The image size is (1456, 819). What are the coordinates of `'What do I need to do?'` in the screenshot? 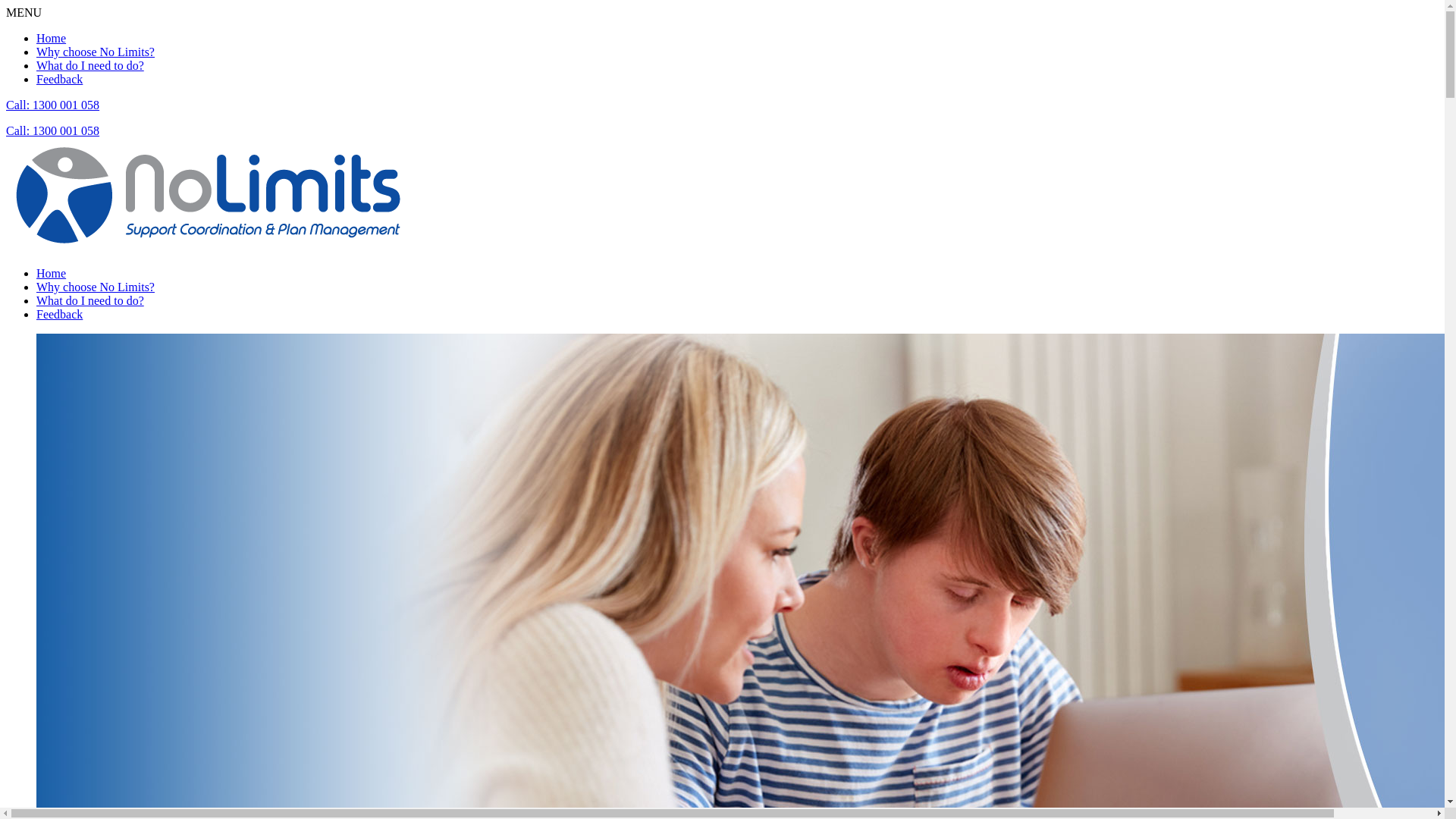 It's located at (89, 64).